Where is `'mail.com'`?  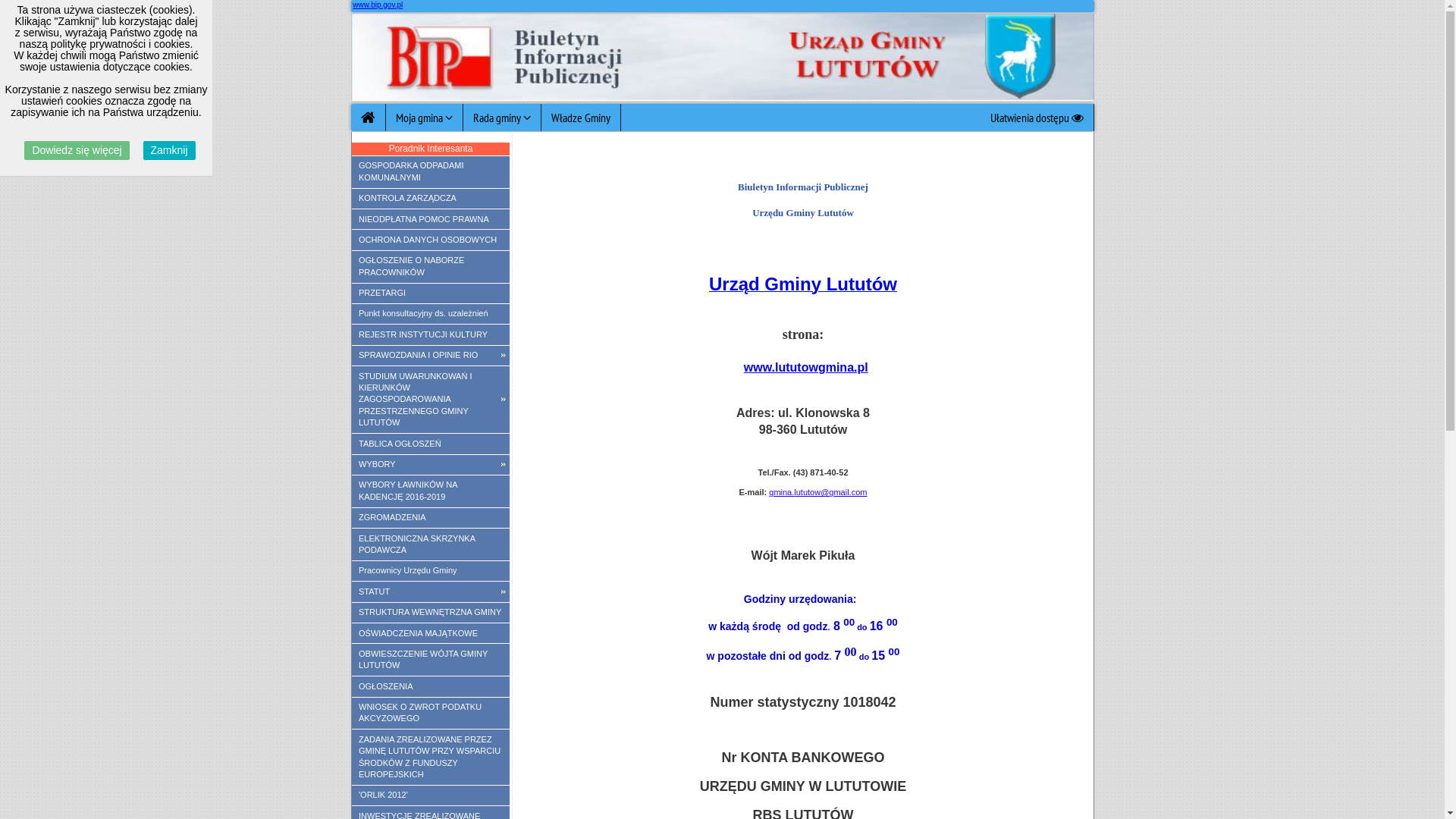 'mail.com' is located at coordinates (850, 491).